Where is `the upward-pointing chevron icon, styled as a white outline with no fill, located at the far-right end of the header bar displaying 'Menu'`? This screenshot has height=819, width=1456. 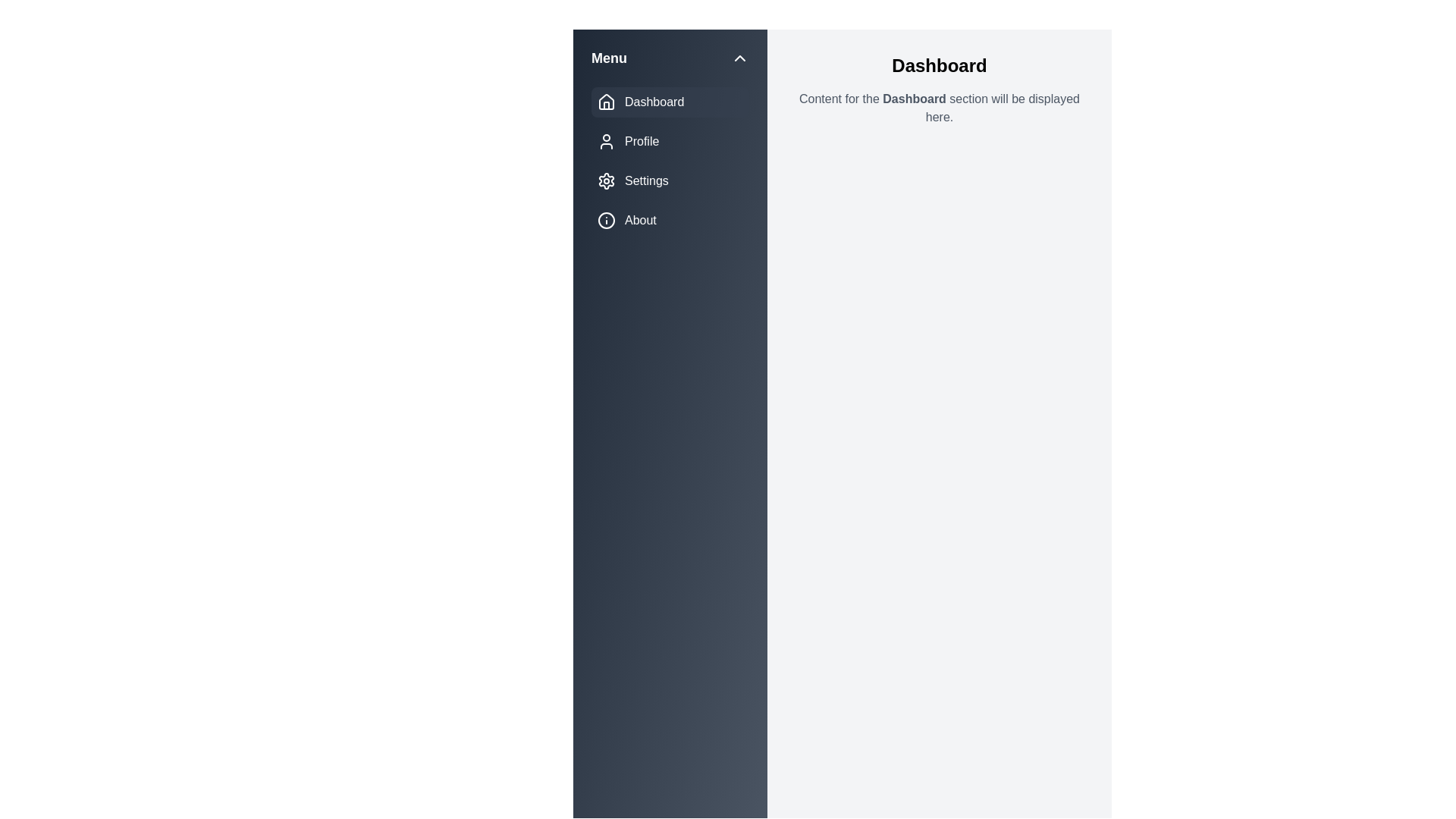
the upward-pointing chevron icon, styled as a white outline with no fill, located at the far-right end of the header bar displaying 'Menu' is located at coordinates (739, 58).